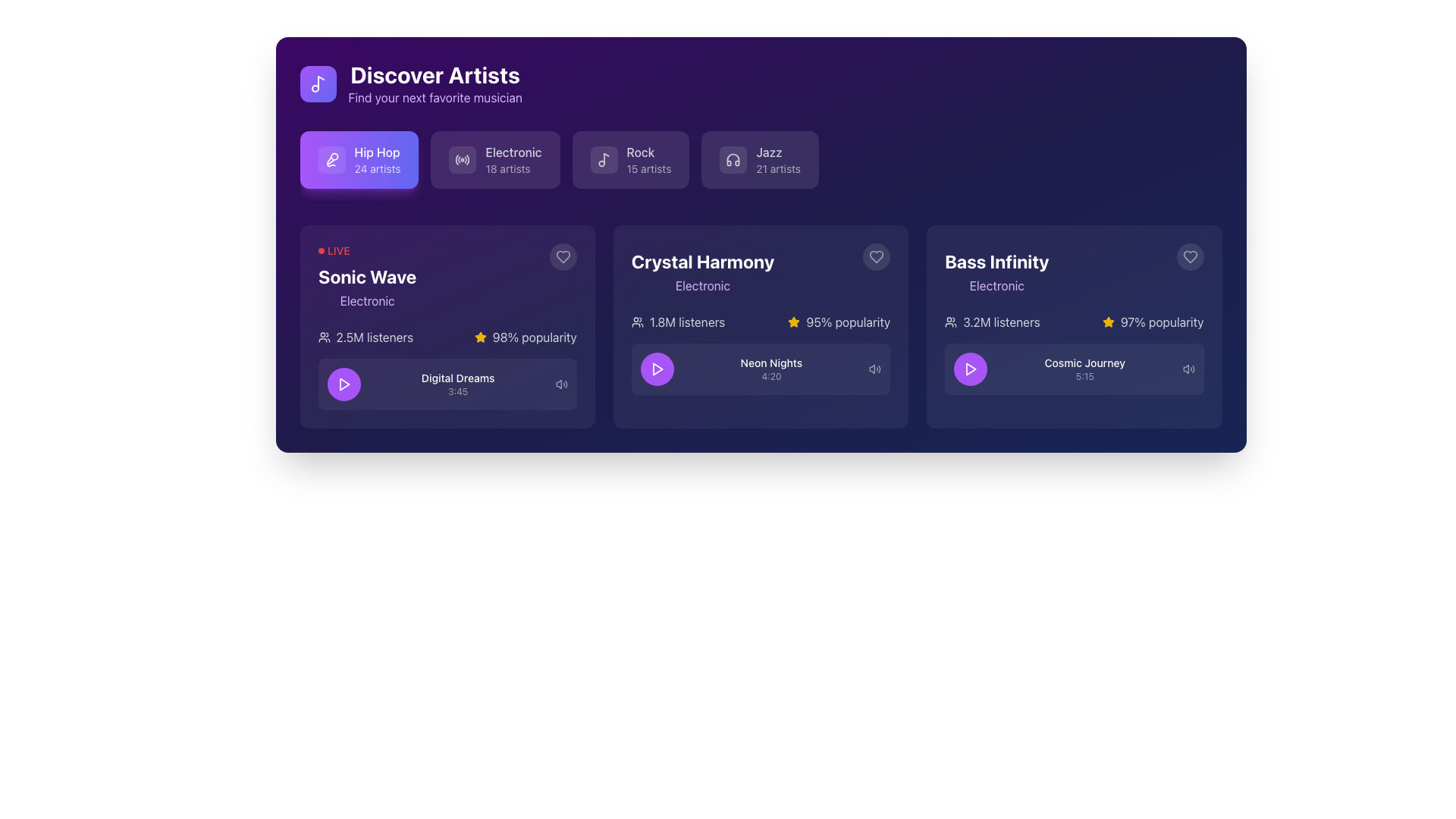  What do you see at coordinates (996, 268) in the screenshot?
I see `the text label displaying the title and genre for an artist or album, located at the top of the third card on the far-right side of the interface` at bounding box center [996, 268].